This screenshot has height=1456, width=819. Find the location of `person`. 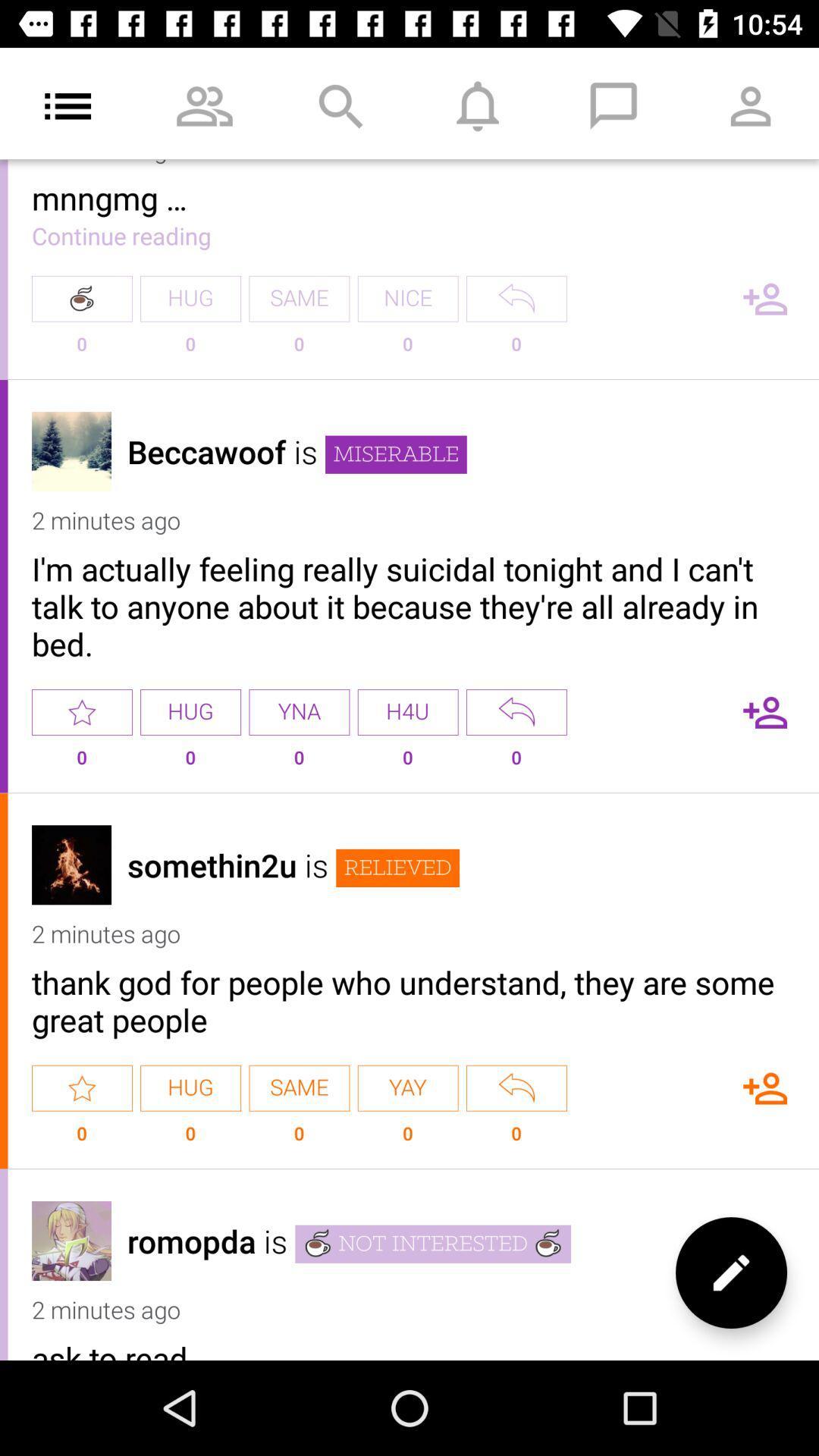

person is located at coordinates (765, 1087).